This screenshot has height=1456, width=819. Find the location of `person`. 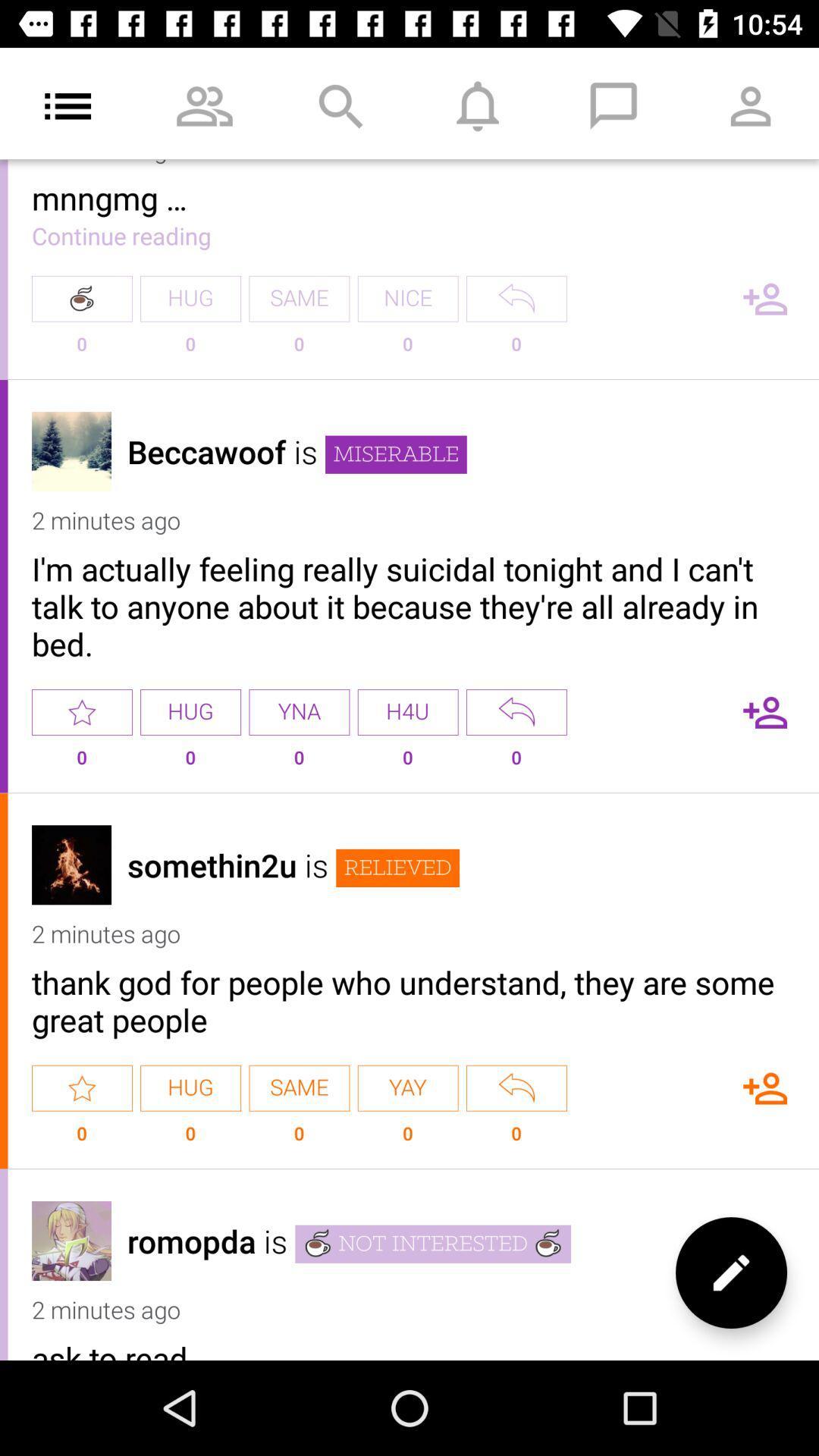

person is located at coordinates (765, 1087).